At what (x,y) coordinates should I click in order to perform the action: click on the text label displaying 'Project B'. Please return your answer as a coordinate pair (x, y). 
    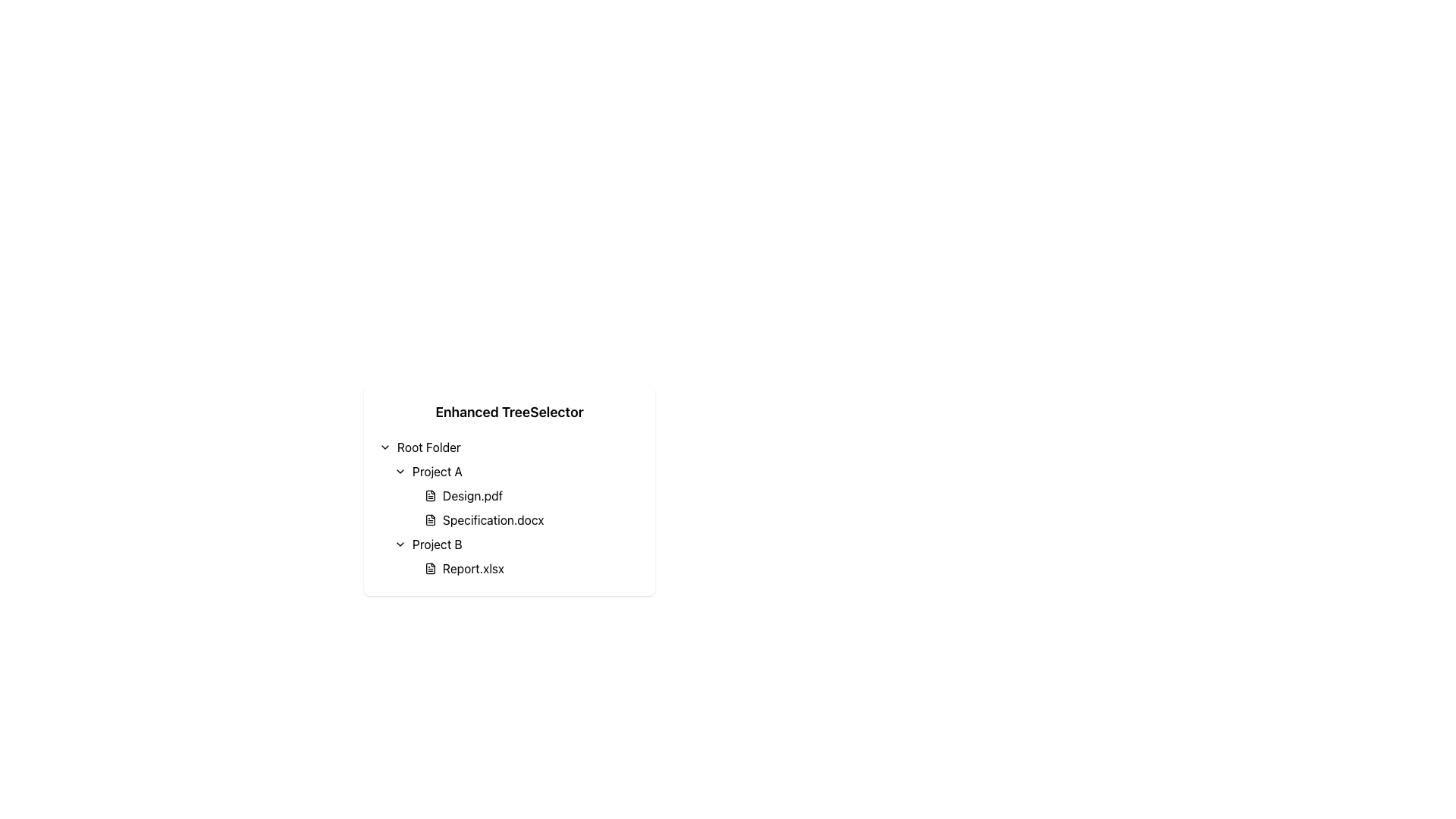
    Looking at the image, I should click on (436, 543).